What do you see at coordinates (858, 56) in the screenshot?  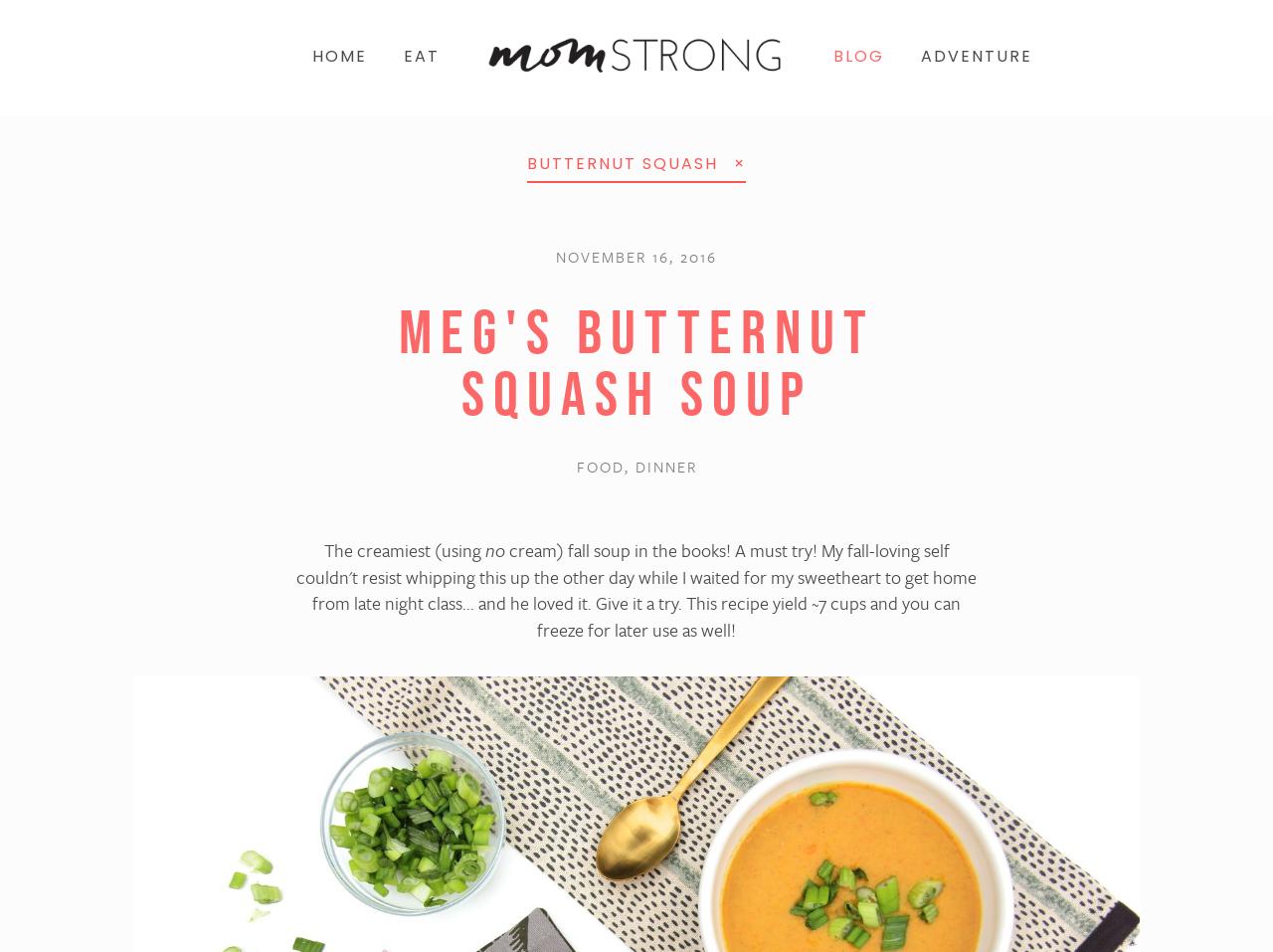 I see `'BLOG'` at bounding box center [858, 56].